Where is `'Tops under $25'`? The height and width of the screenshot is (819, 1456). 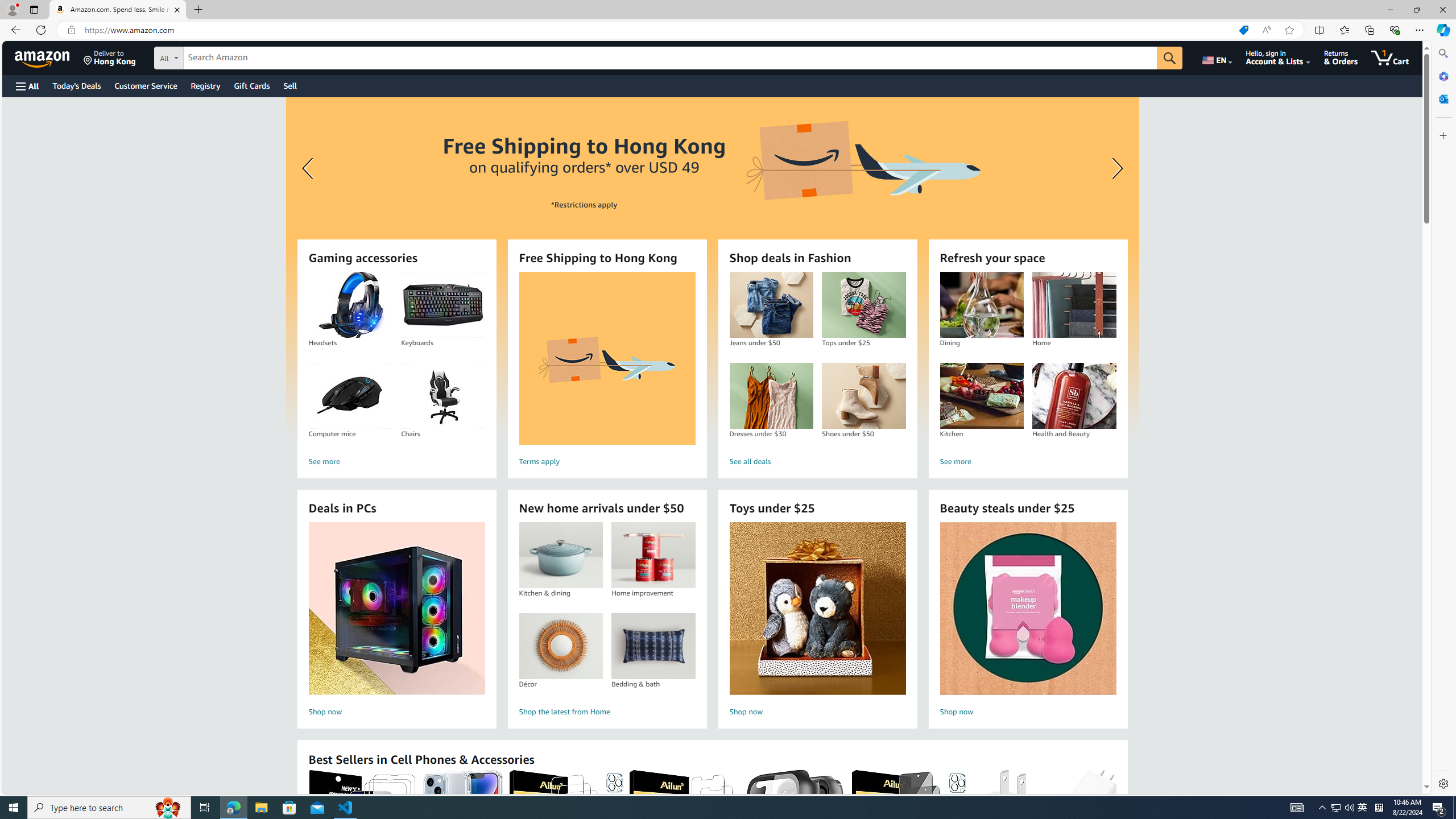 'Tops under $25' is located at coordinates (864, 305).